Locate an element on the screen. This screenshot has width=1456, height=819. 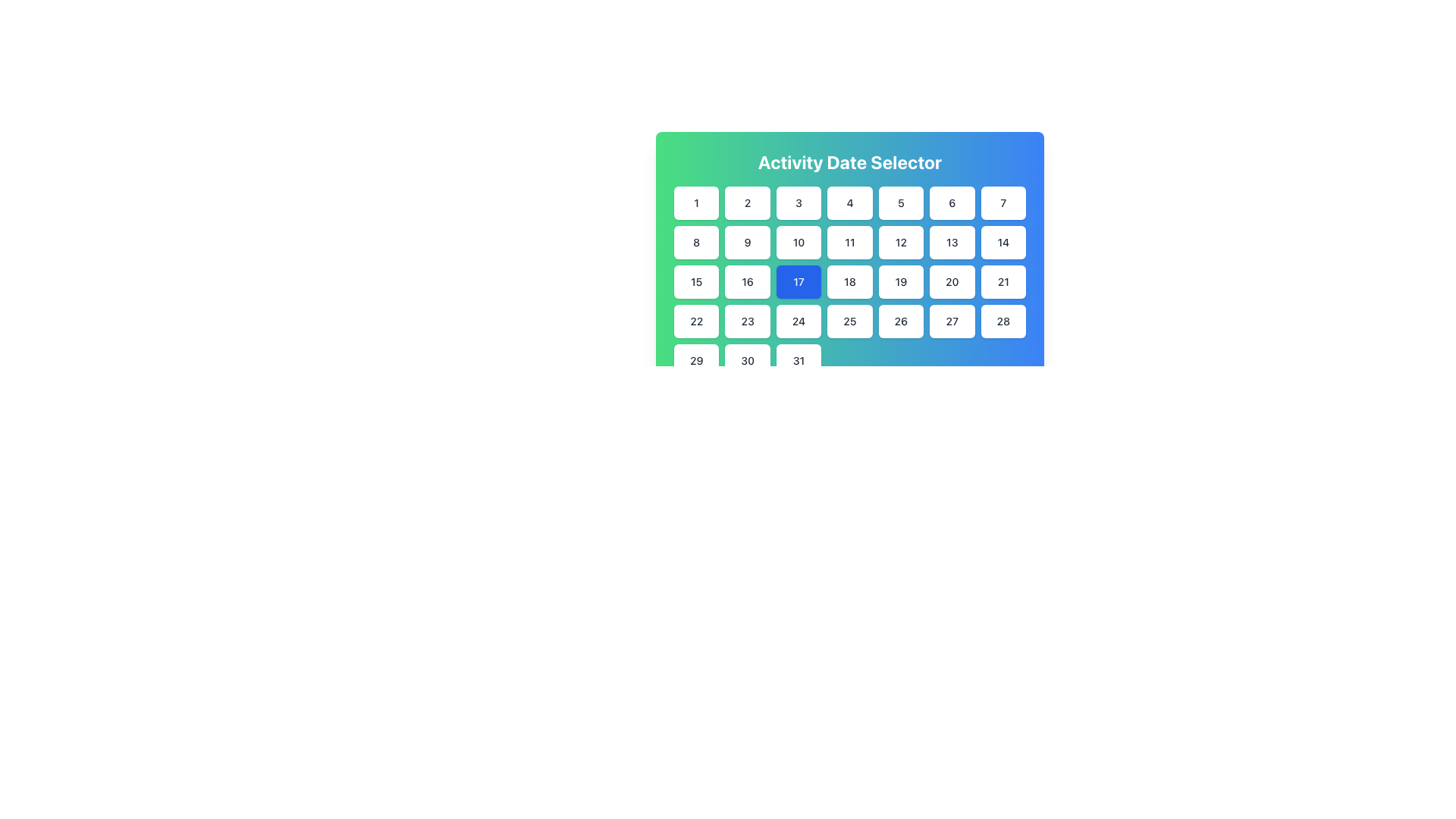
the rounded square button containing the number '12' is located at coordinates (901, 242).